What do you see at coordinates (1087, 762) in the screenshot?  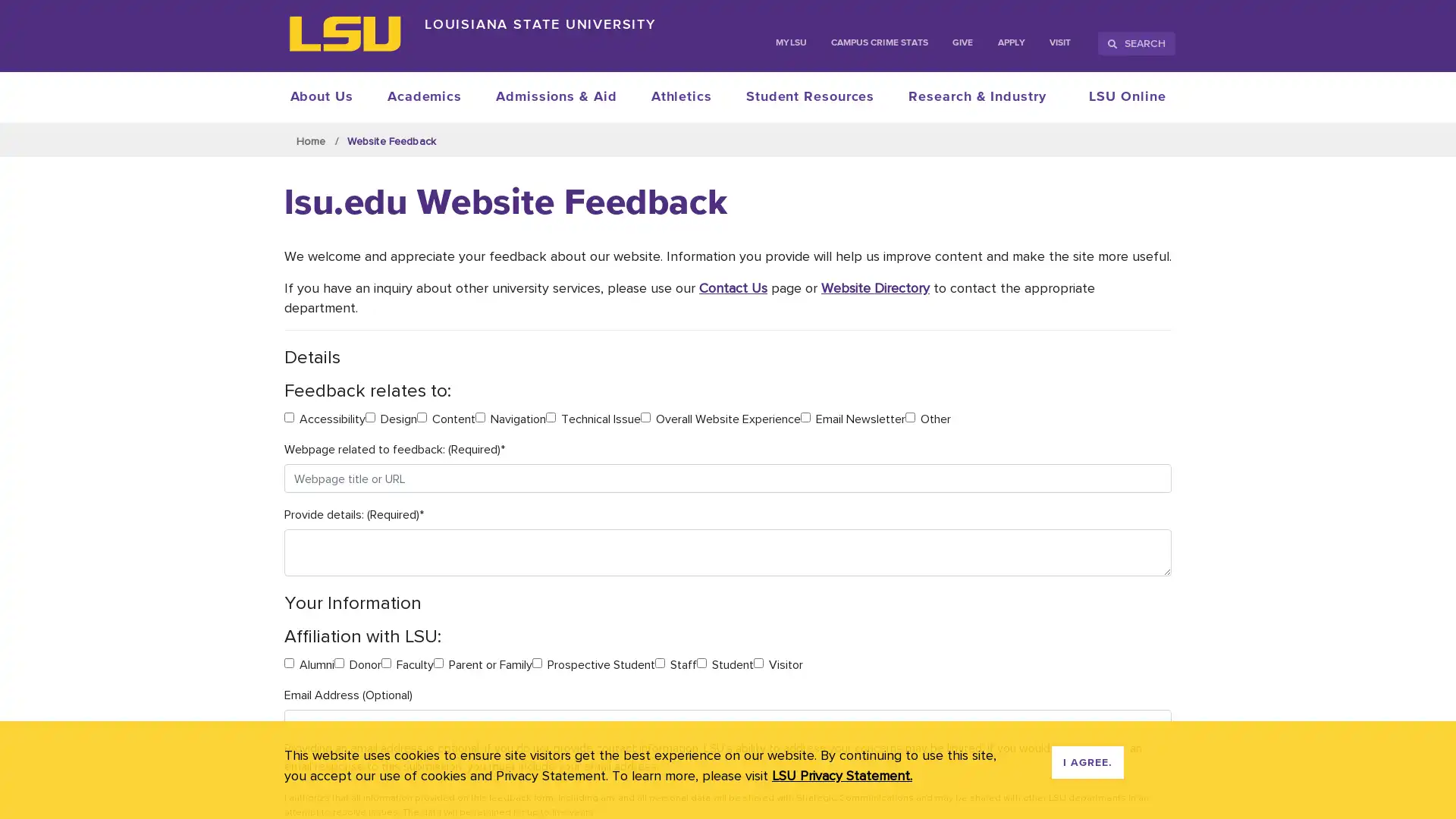 I see `dismiss cookie message` at bounding box center [1087, 762].